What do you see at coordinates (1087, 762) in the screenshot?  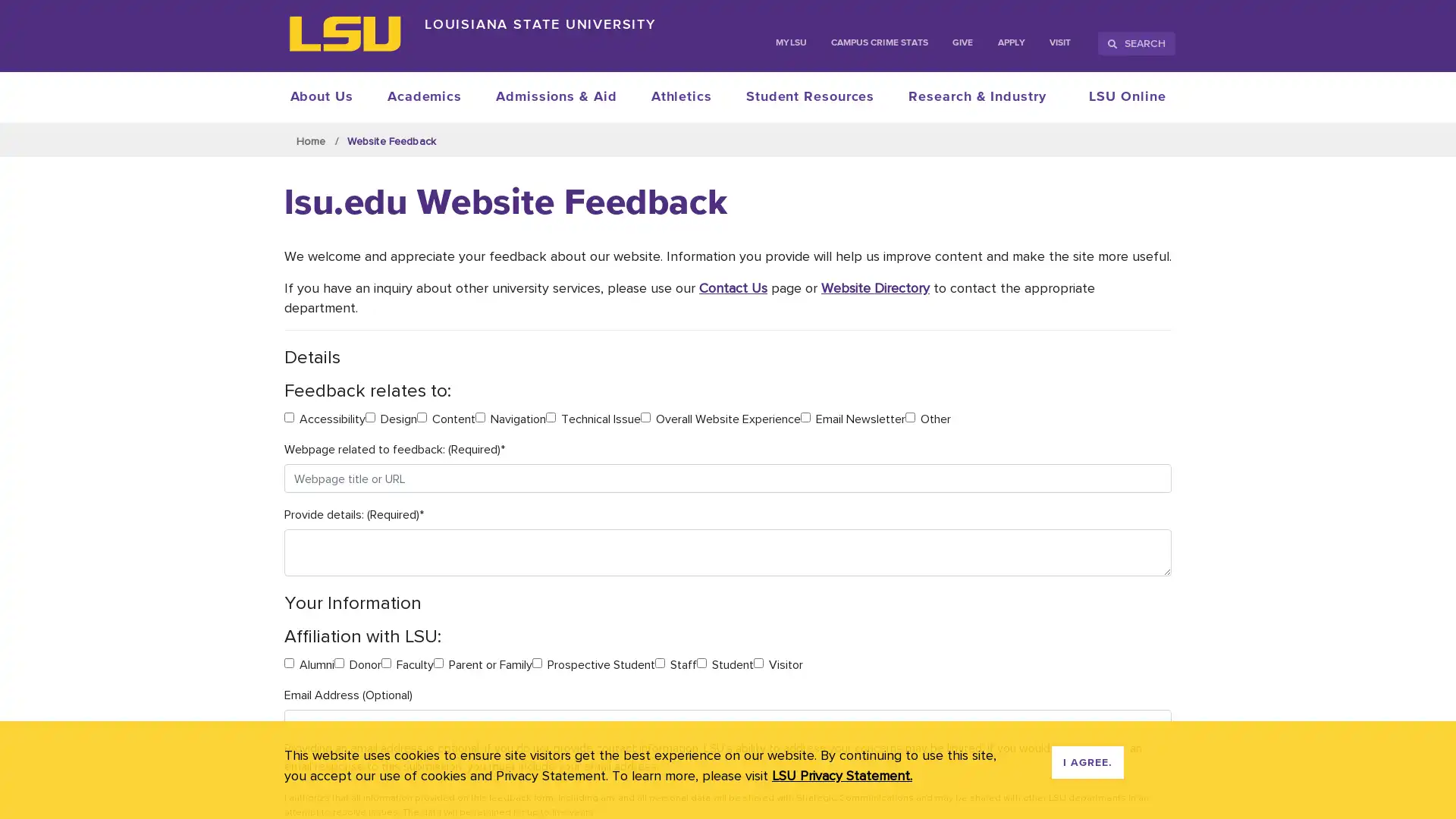 I see `dismiss cookie message` at bounding box center [1087, 762].